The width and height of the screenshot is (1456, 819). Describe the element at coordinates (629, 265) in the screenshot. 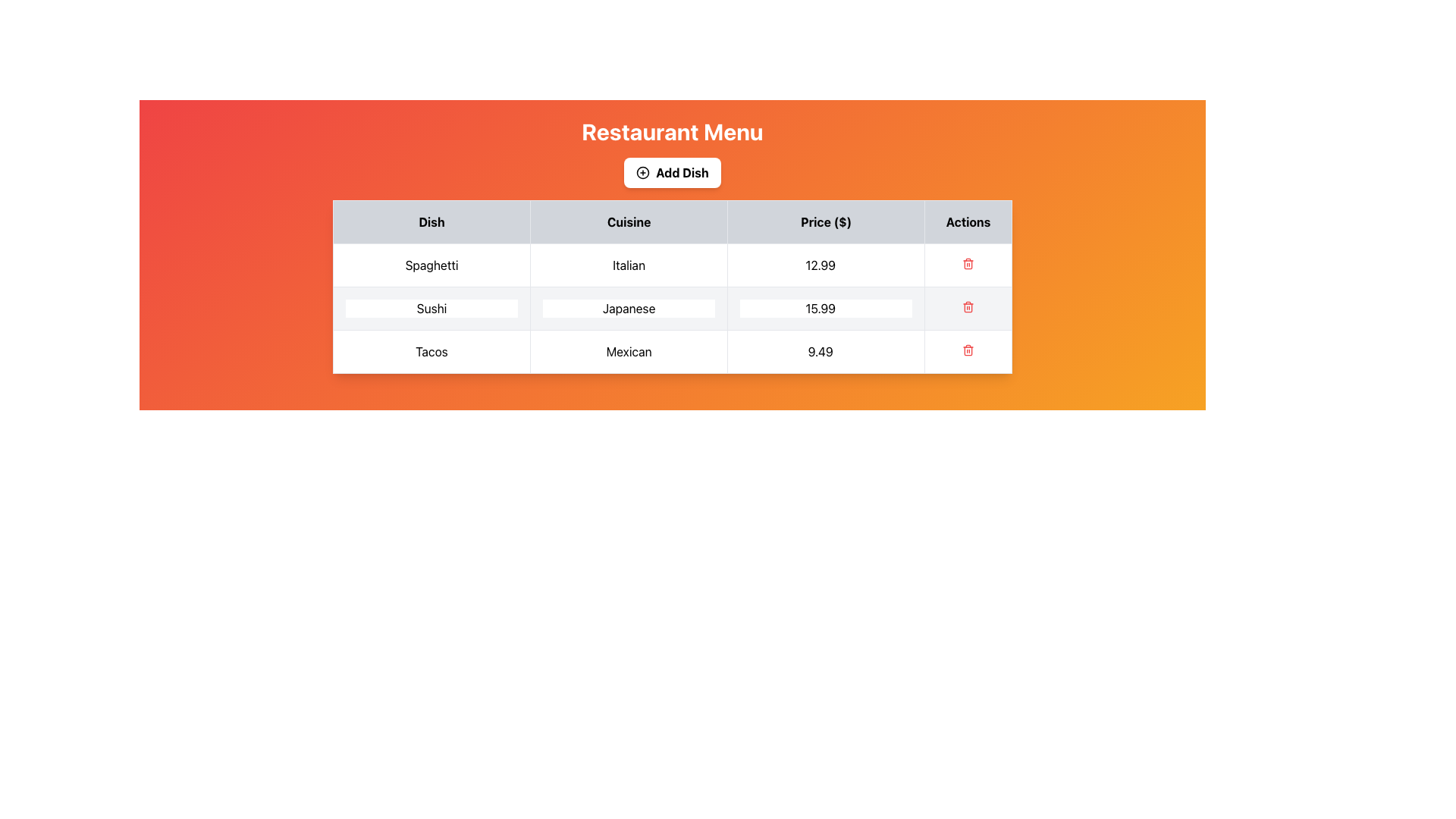

I see `on the text input field for cuisine type, currently displaying 'Italian', located in the second column labeled 'Cuisine' of the first row in the table` at that location.